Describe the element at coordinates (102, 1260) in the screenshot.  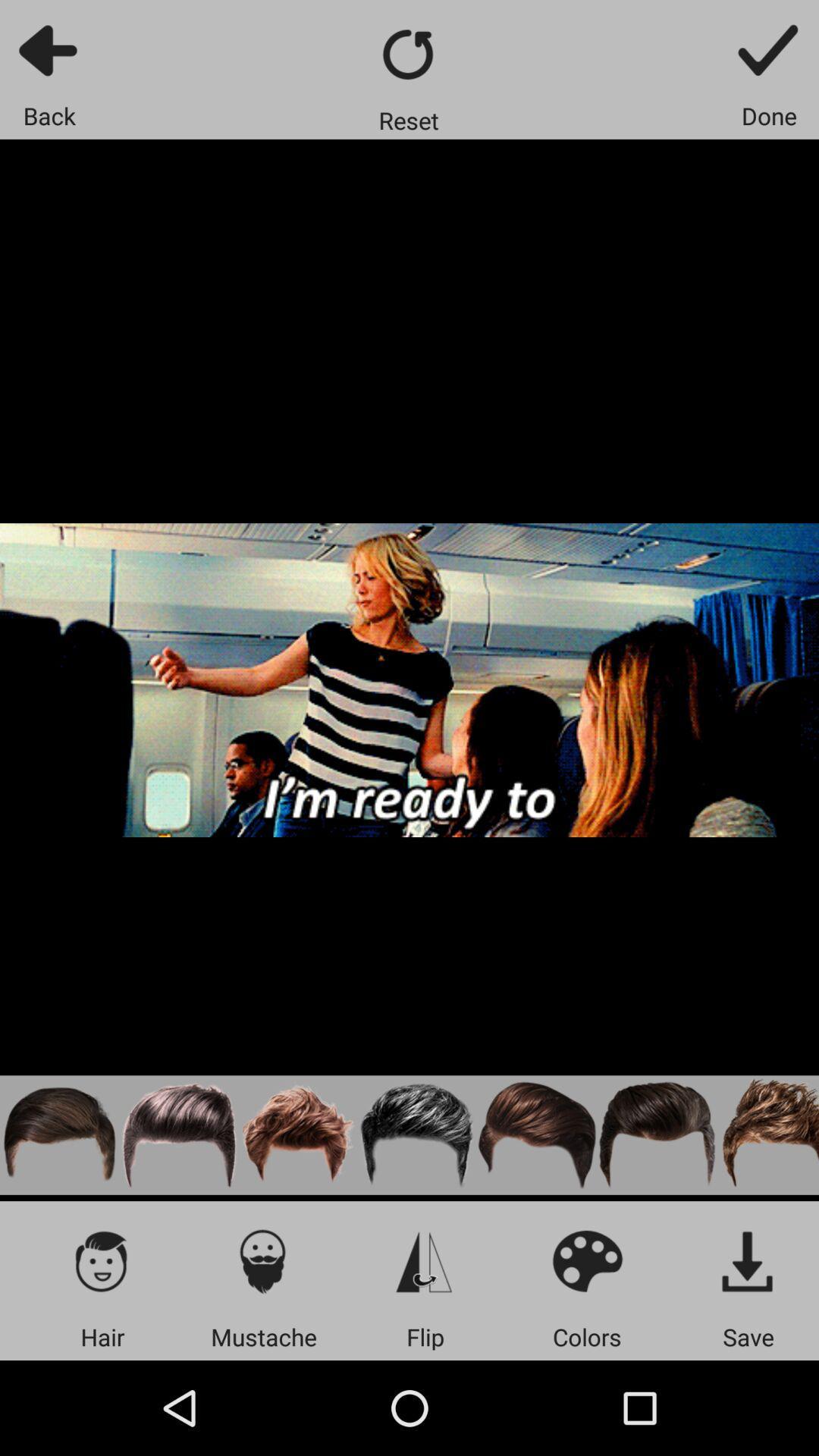
I see `hair icon` at that location.